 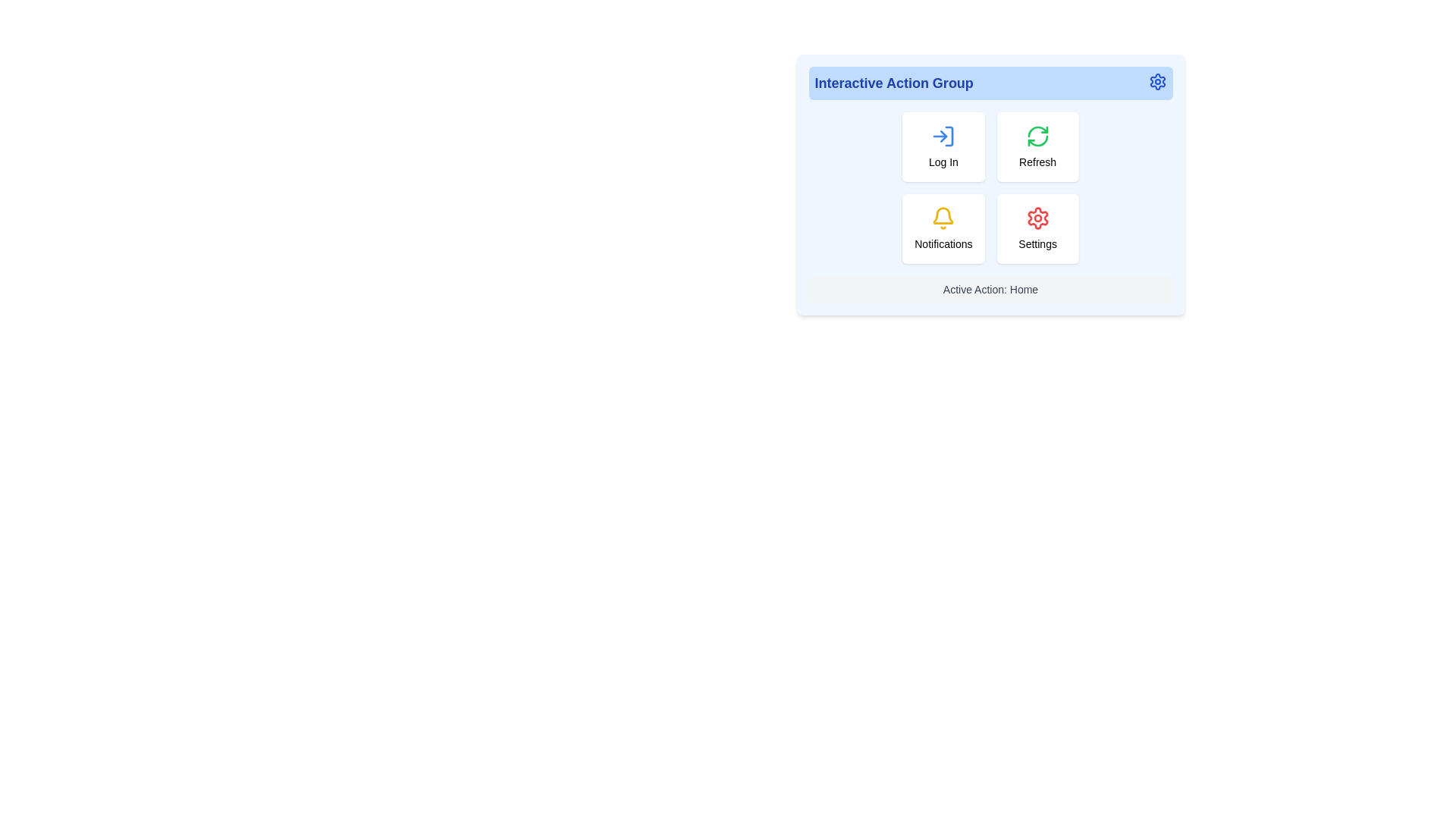 What do you see at coordinates (1037, 228) in the screenshot?
I see `the 'Settings' button with a cogwheel icon in red, located at the lower-right corner of the interactive action group` at bounding box center [1037, 228].